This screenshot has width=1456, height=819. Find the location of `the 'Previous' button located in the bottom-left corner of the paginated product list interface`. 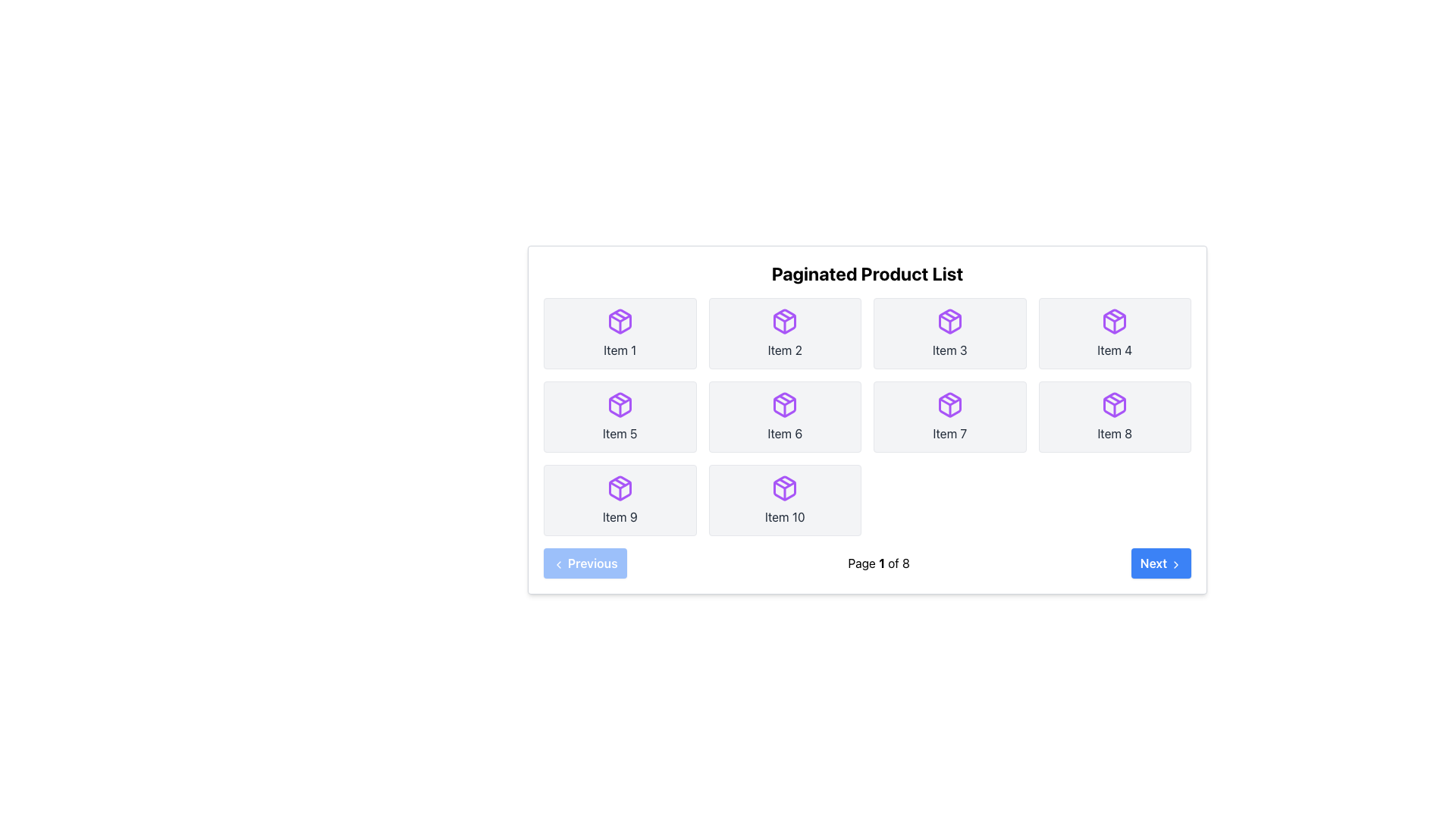

the 'Previous' button located in the bottom-left corner of the paginated product list interface is located at coordinates (584, 563).